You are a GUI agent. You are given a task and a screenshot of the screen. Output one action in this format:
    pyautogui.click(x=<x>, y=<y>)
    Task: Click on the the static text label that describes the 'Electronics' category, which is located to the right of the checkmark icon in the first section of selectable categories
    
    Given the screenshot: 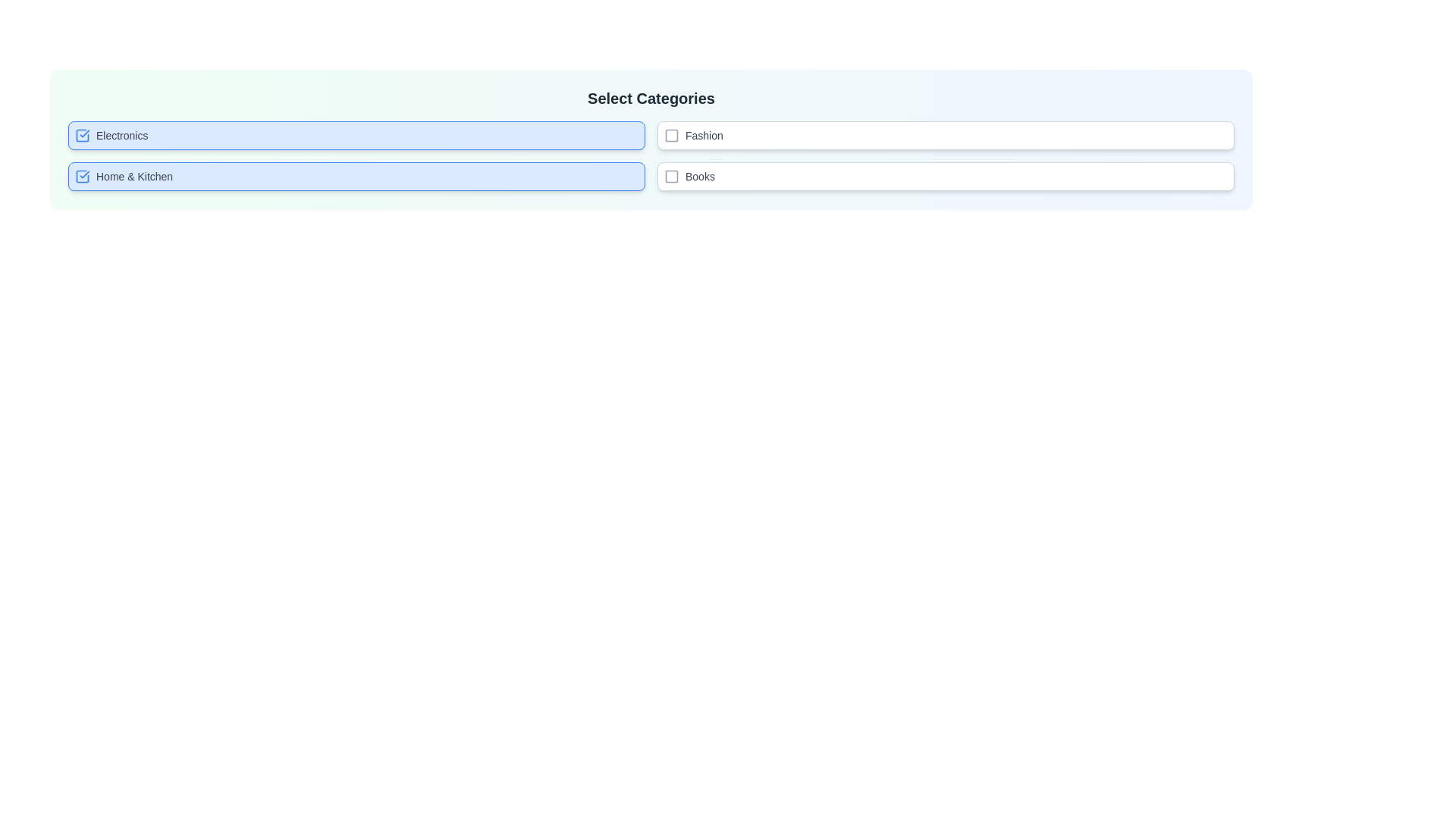 What is the action you would take?
    pyautogui.click(x=122, y=134)
    